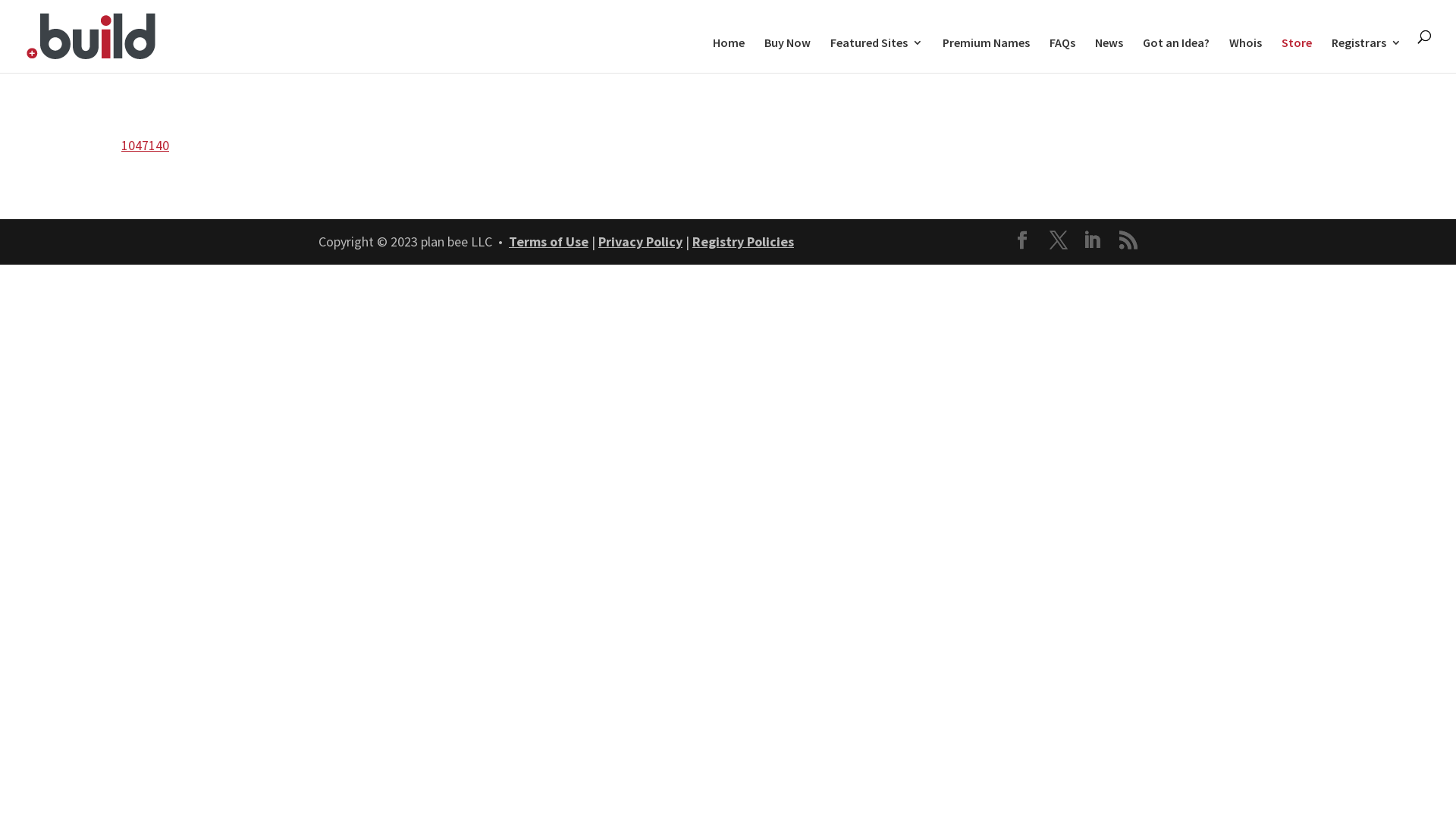 This screenshot has height=819, width=1456. I want to click on 'Premium Names', so click(986, 54).